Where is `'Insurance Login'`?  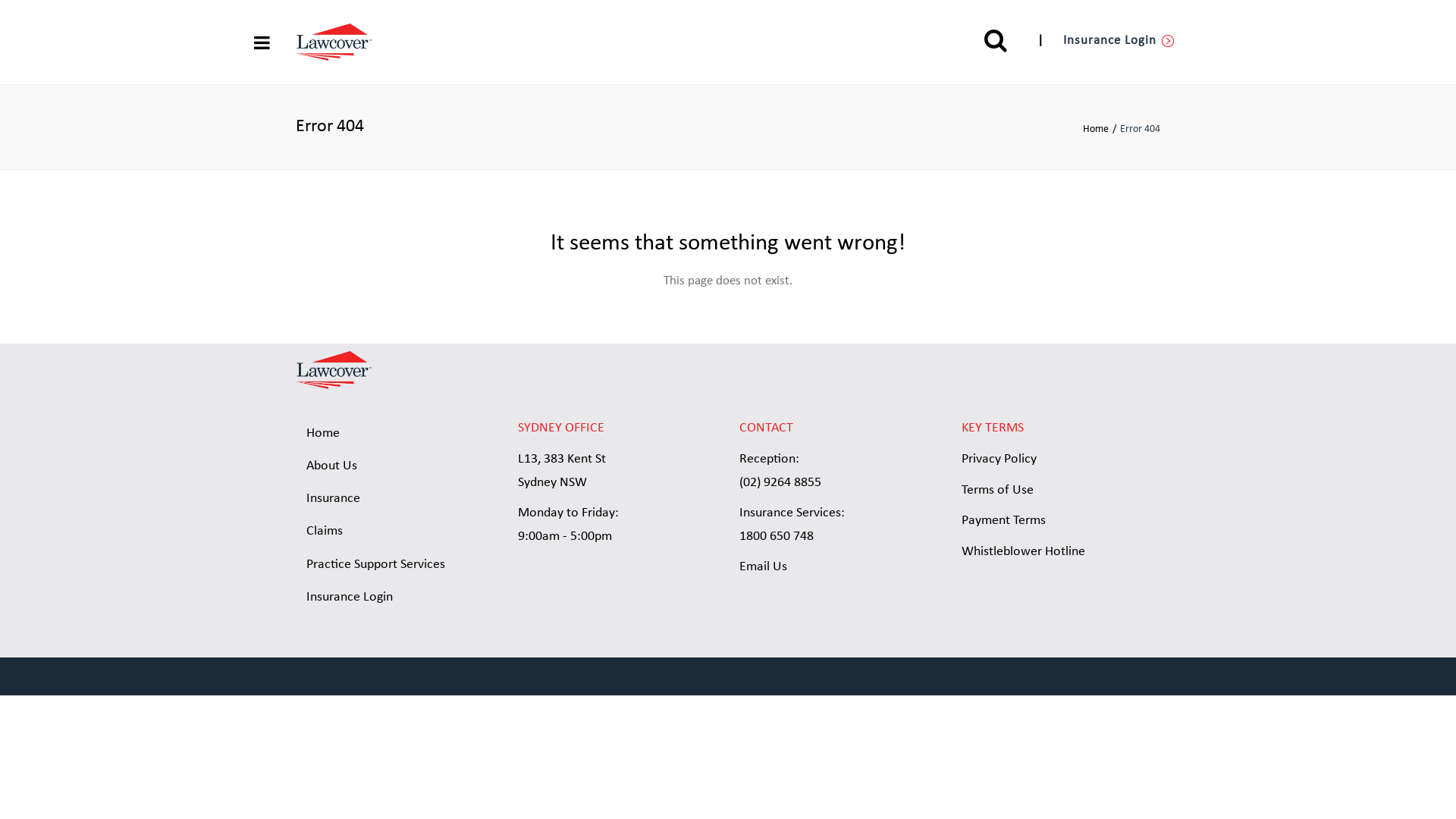
'Insurance Login' is located at coordinates (1119, 39).